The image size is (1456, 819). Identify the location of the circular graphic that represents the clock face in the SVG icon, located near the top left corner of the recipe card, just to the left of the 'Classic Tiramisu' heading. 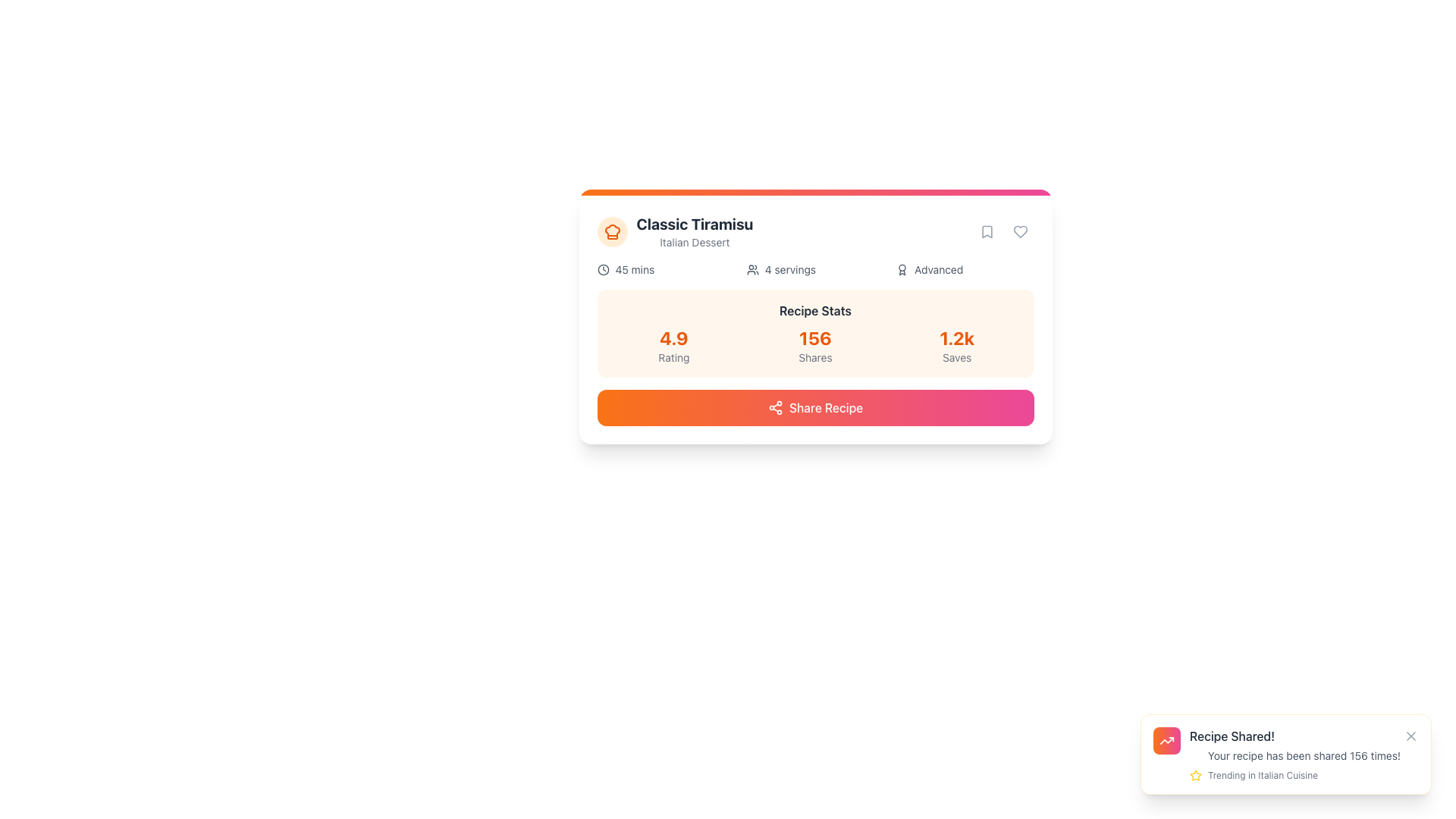
(602, 268).